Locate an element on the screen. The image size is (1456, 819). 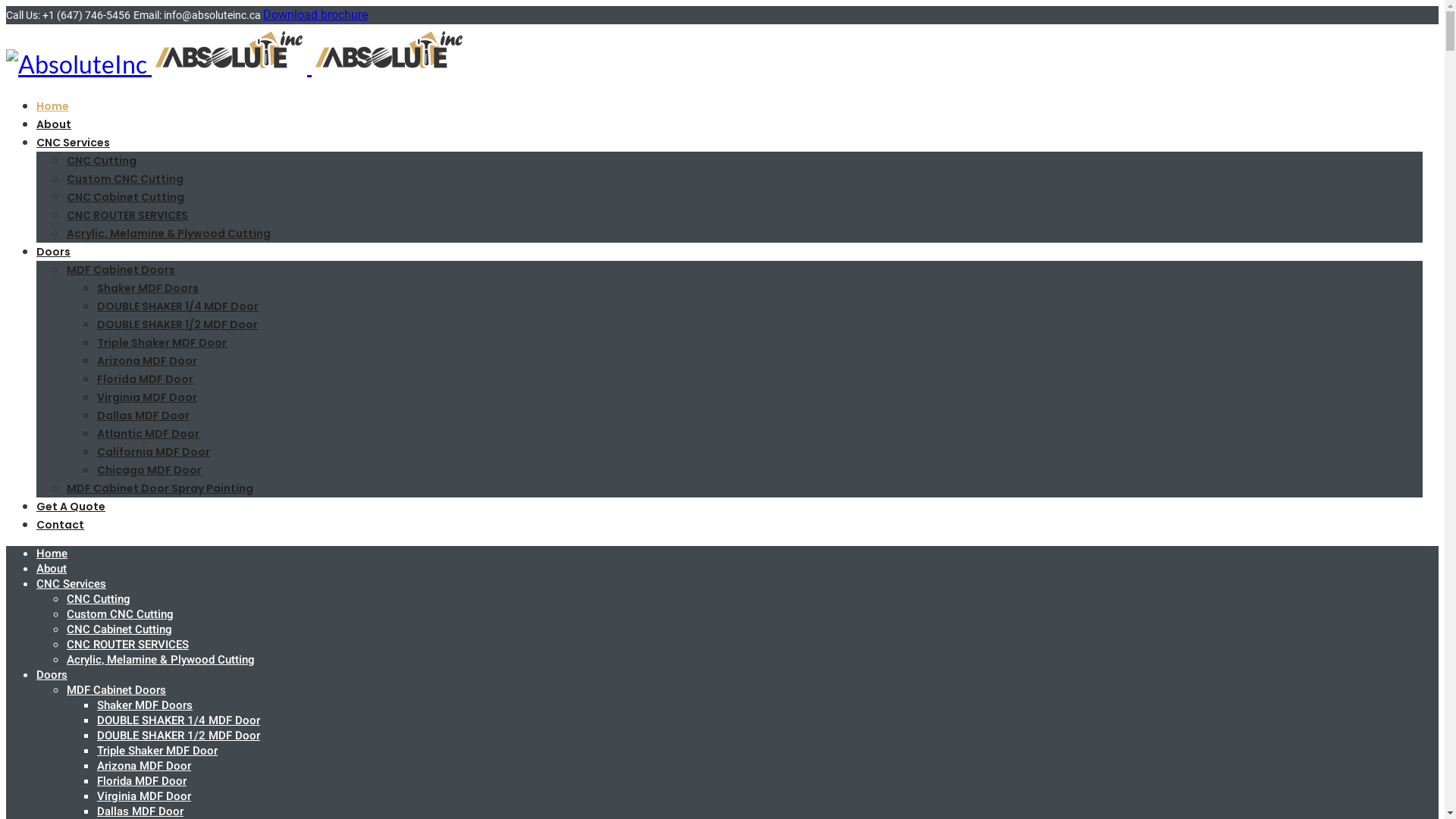
'Contact' is located at coordinates (60, 523).